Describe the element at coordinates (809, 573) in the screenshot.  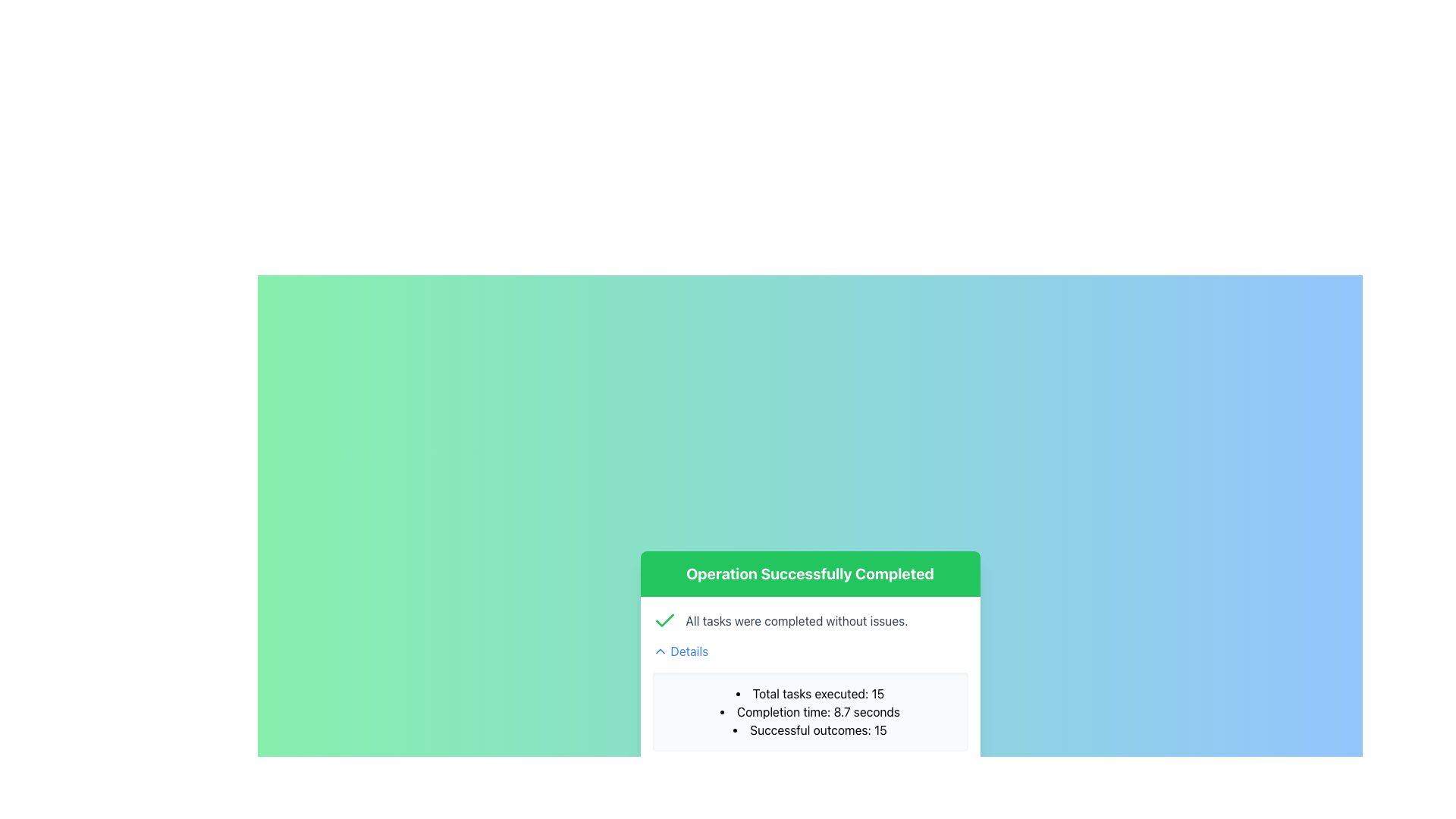
I see `the status message text label indicating a successful operation, located at the top of the notification card layout` at that location.